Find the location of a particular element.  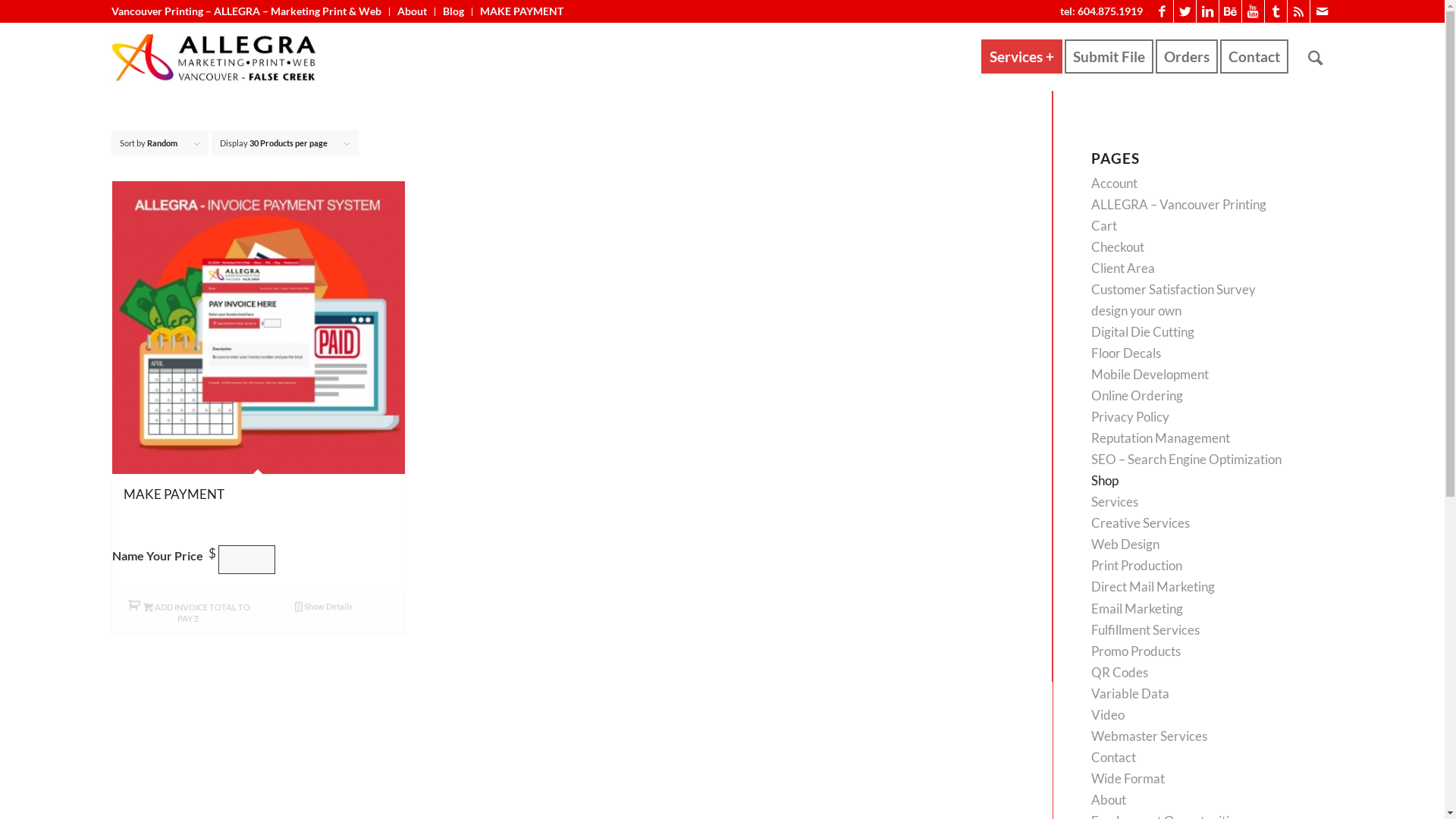

'Shop' is located at coordinates (1105, 480).